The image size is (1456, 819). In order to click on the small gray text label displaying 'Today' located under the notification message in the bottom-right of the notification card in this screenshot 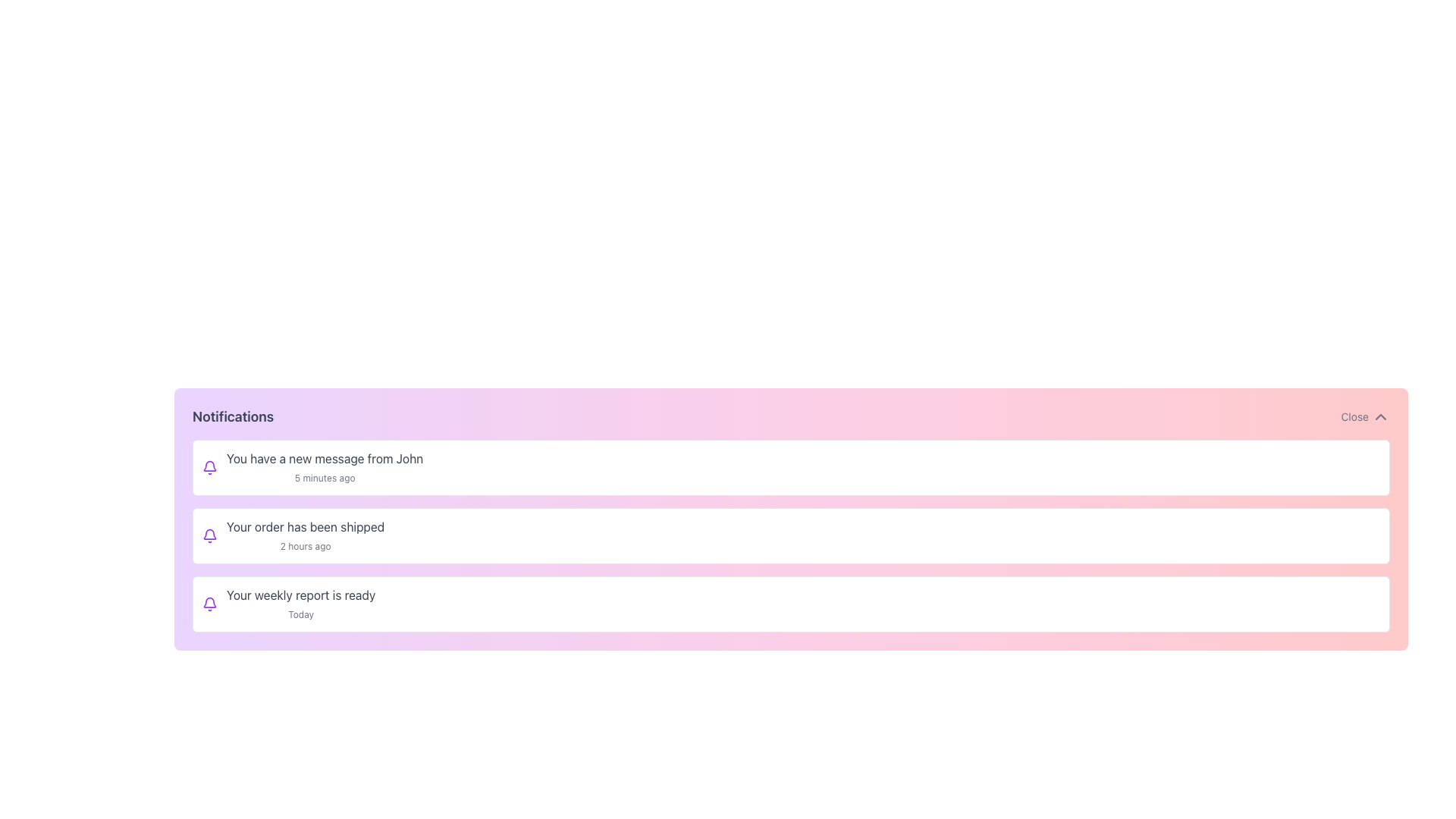, I will do `click(301, 614)`.